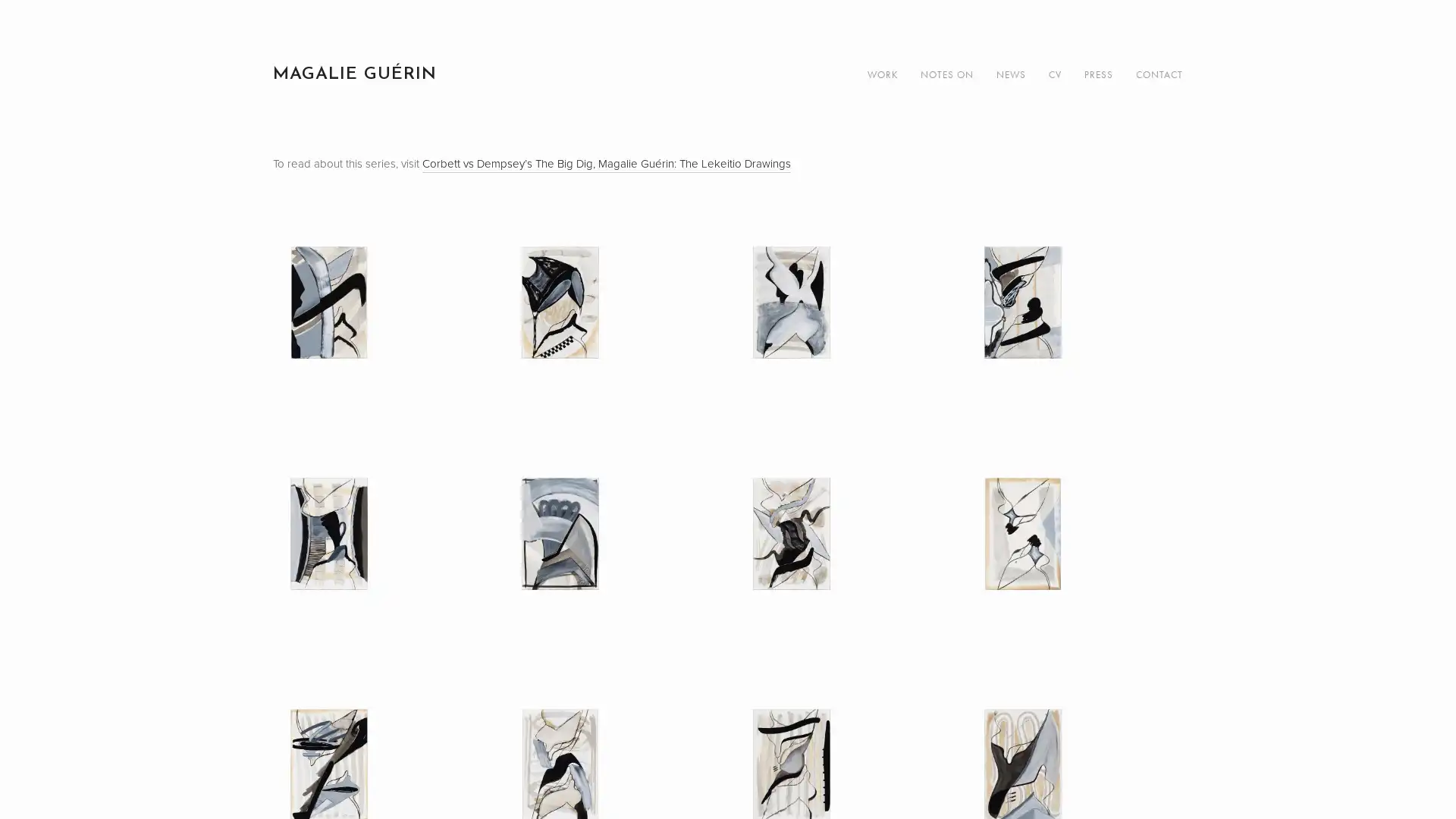 The height and width of the screenshot is (819, 1456). I want to click on View fullsize Untitled (LK 02), 2019, so click(612, 354).